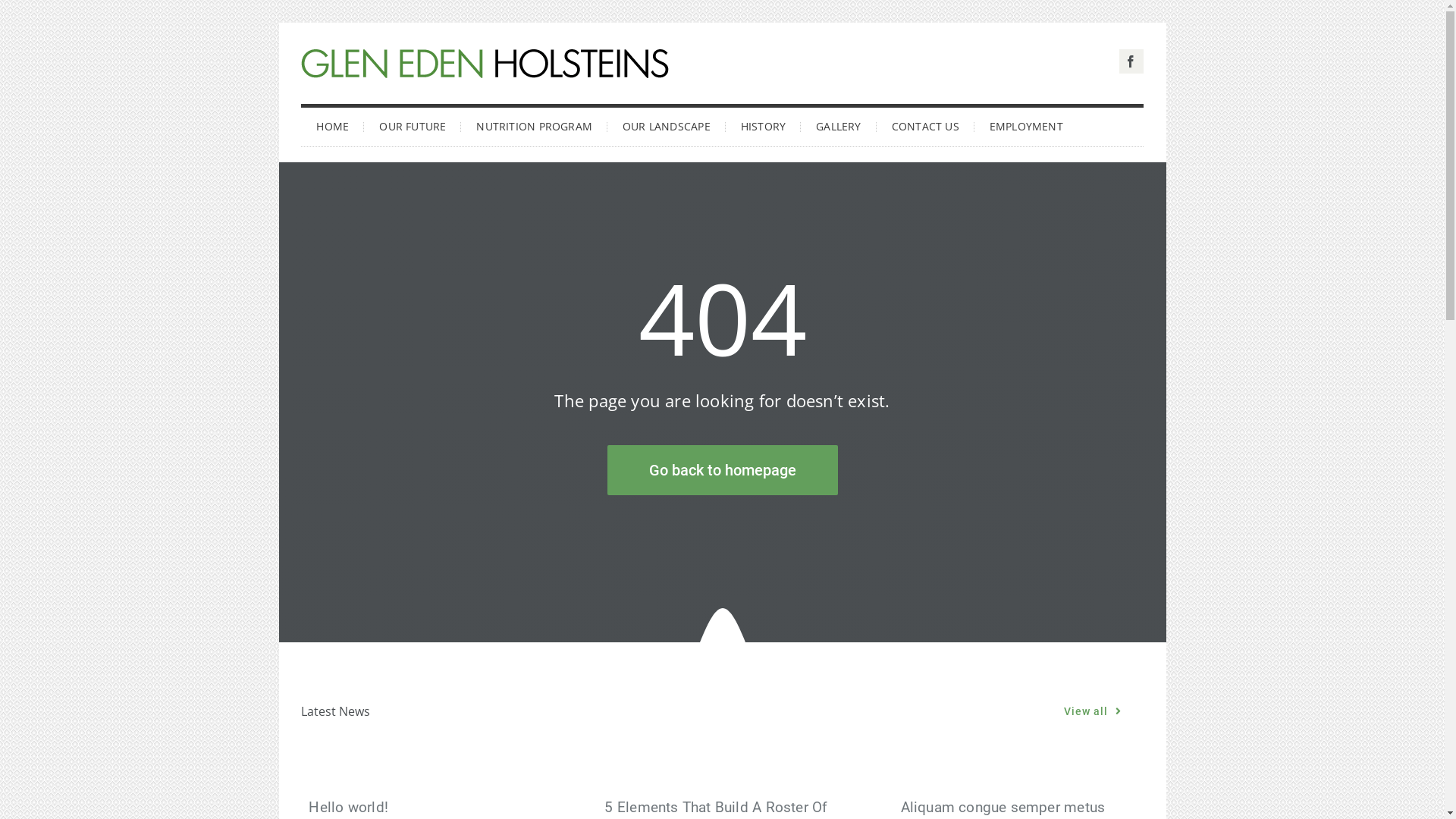  Describe the element at coordinates (412, 124) in the screenshot. I see `'OUR FUTURE'` at that location.